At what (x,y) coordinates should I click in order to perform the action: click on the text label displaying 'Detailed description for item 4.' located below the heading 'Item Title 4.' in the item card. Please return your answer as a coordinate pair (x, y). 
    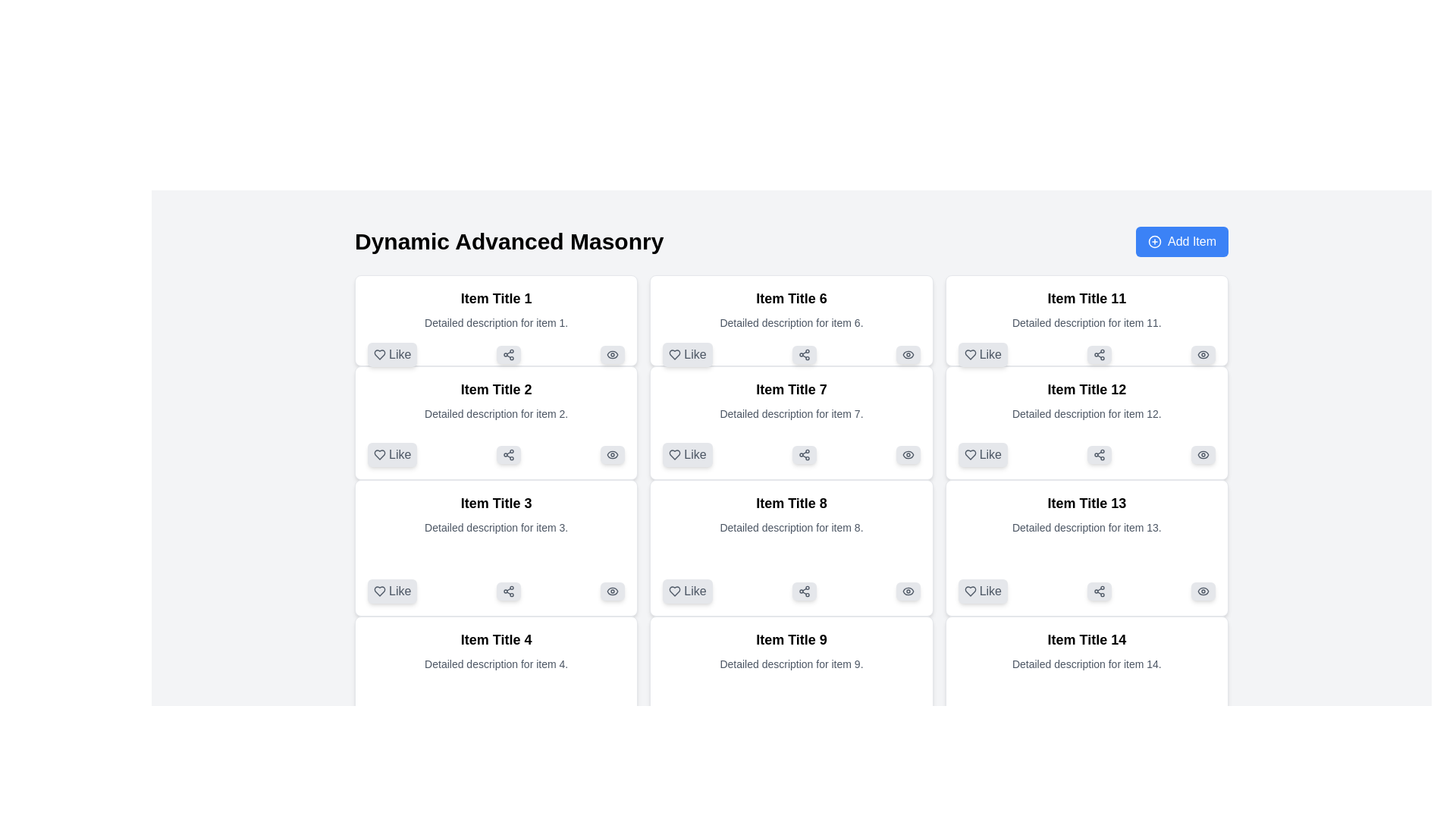
    Looking at the image, I should click on (496, 663).